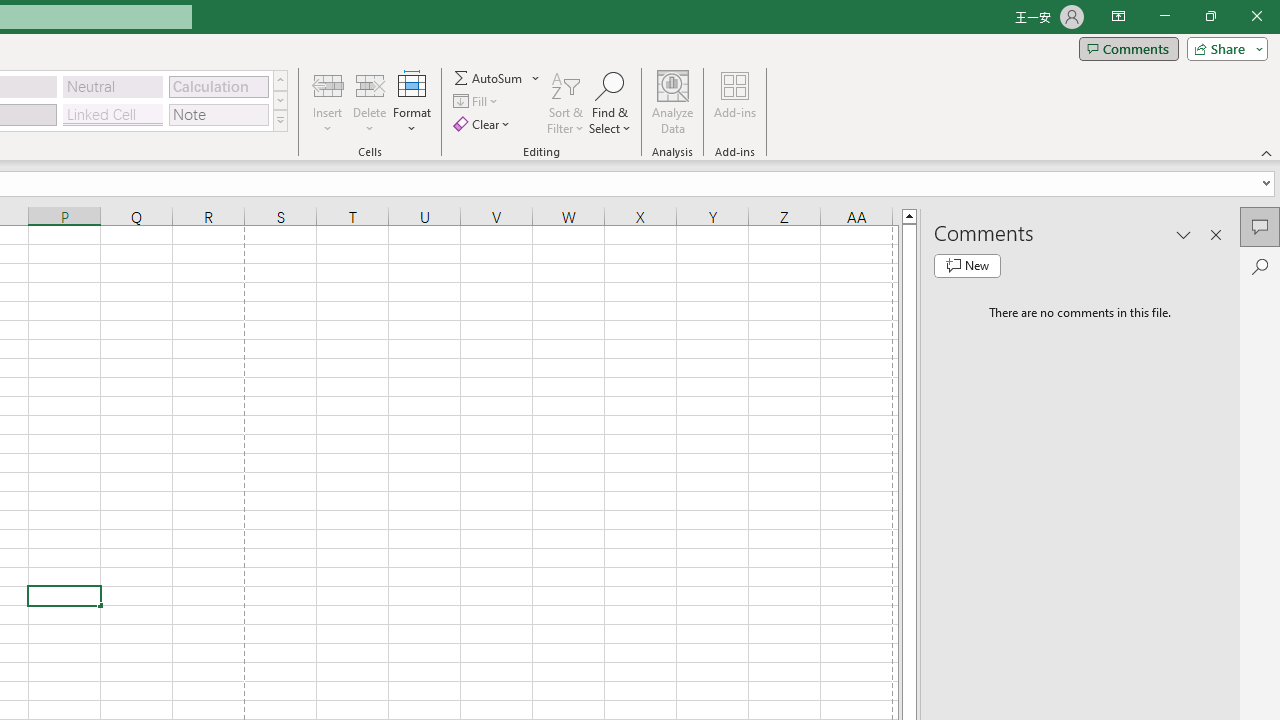 The image size is (1280, 720). What do you see at coordinates (1209, 16) in the screenshot?
I see `'Restore Down'` at bounding box center [1209, 16].